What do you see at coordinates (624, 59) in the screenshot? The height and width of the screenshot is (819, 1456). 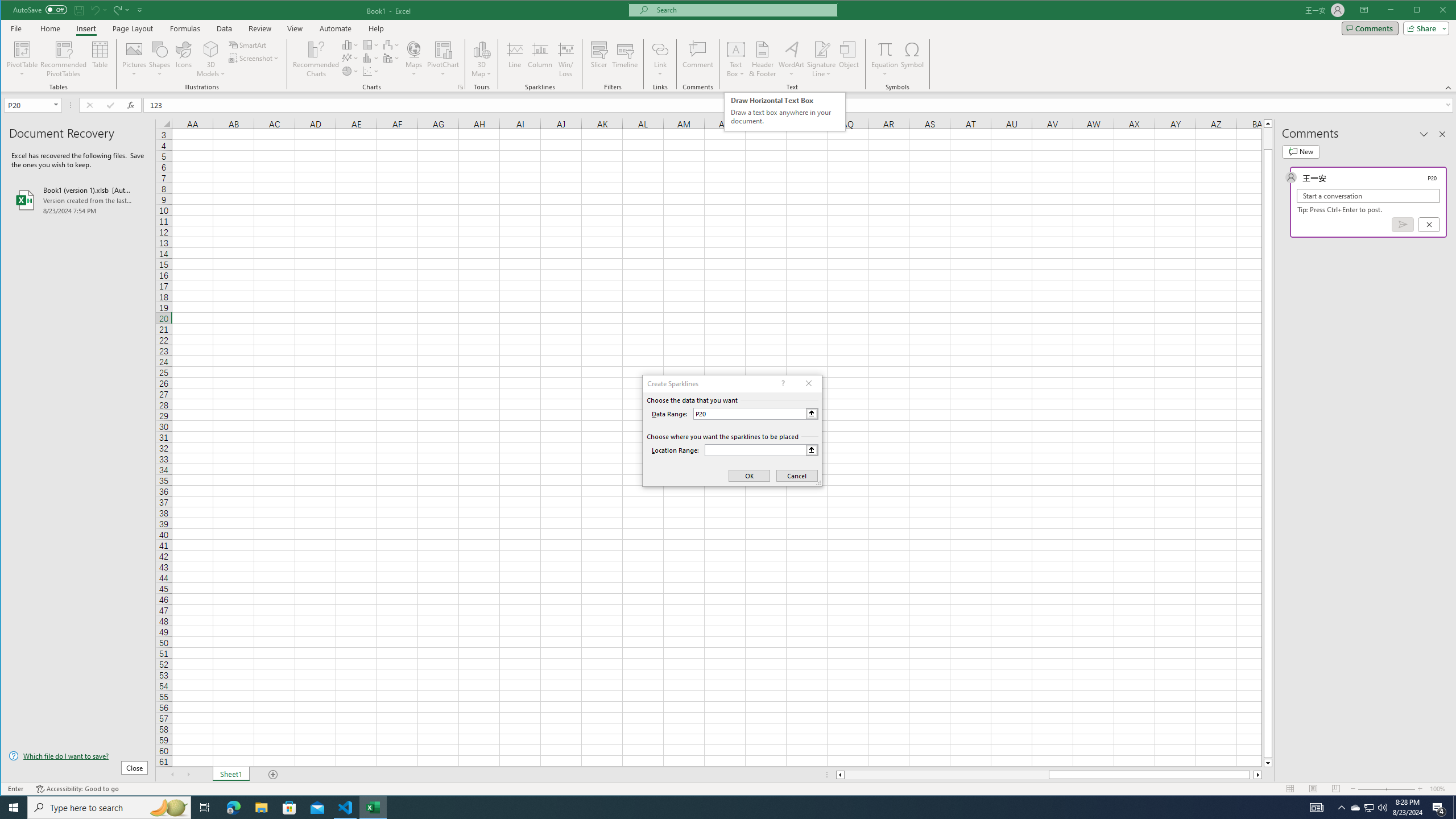 I see `'Timeline'` at bounding box center [624, 59].